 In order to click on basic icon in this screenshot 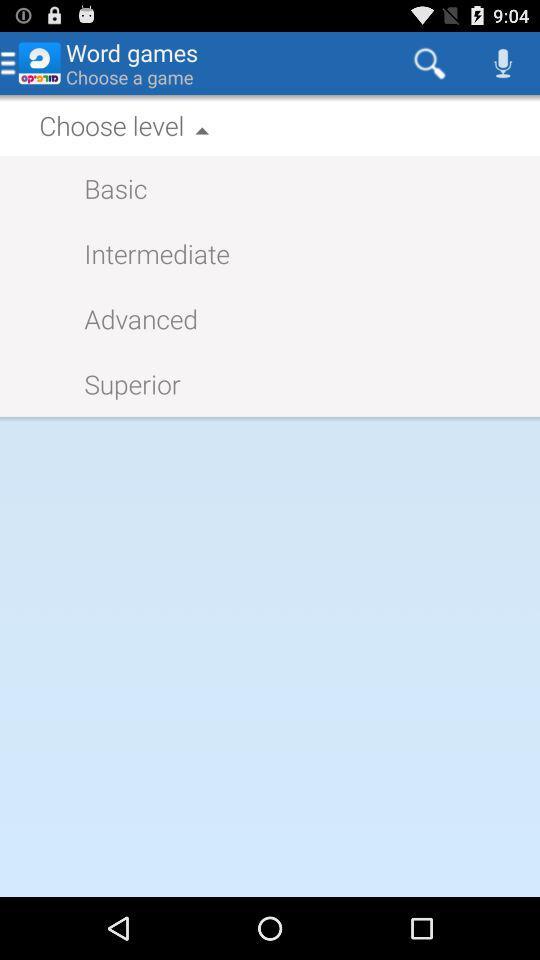, I will do `click(105, 188)`.